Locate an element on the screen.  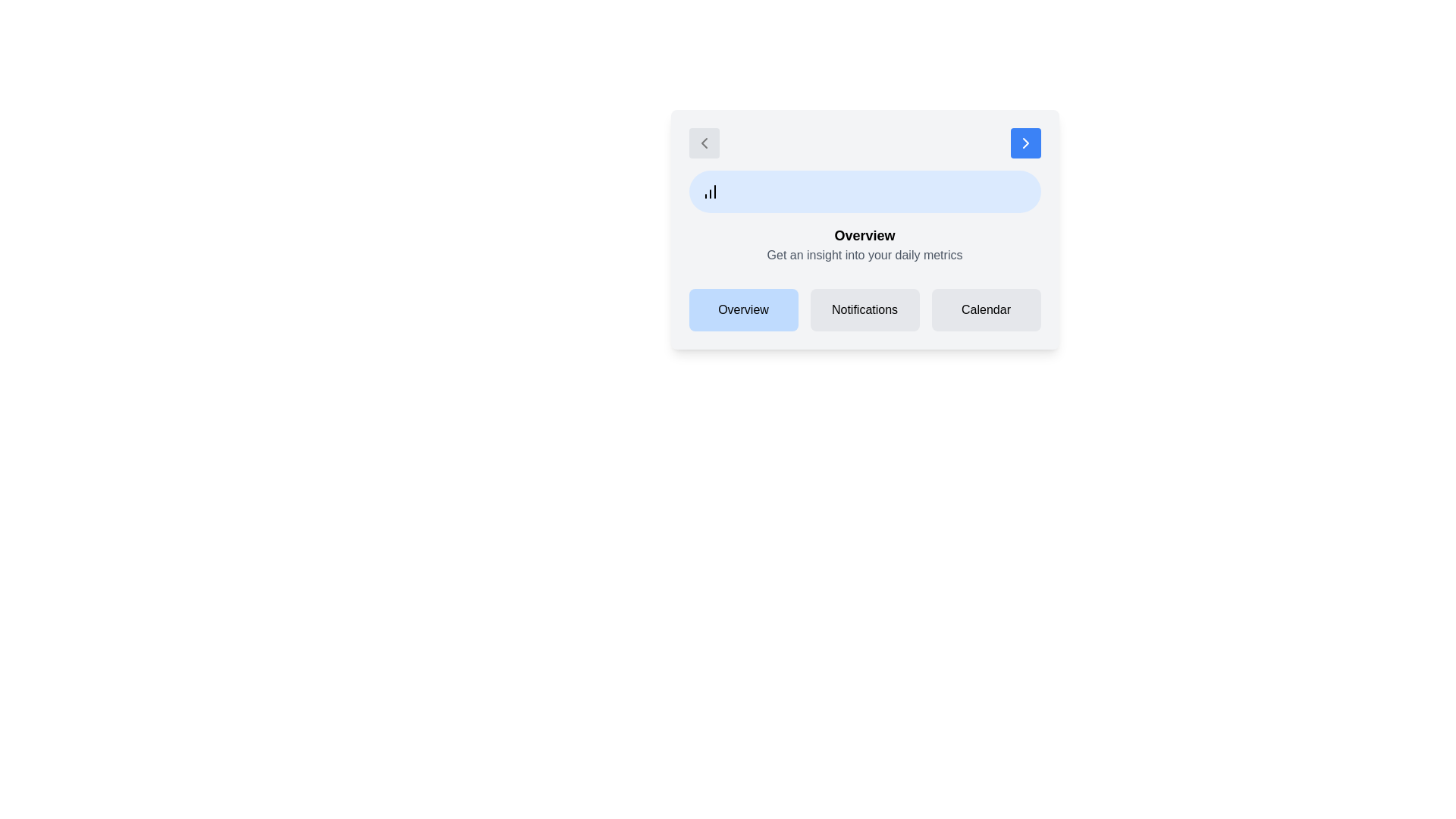
the label of the step Overview to select it is located at coordinates (743, 309).